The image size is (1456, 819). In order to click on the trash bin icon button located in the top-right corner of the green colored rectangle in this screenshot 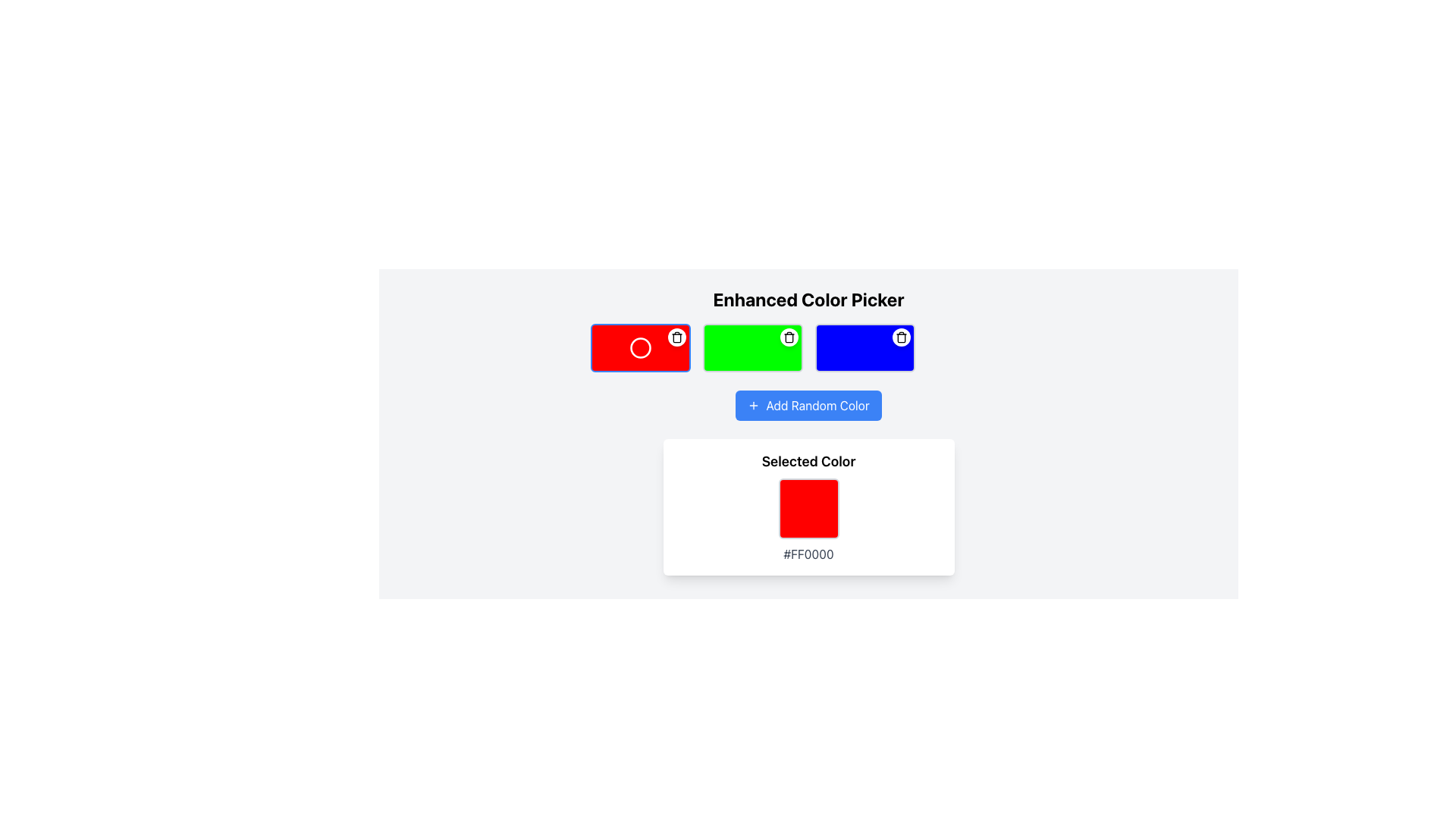, I will do `click(789, 336)`.